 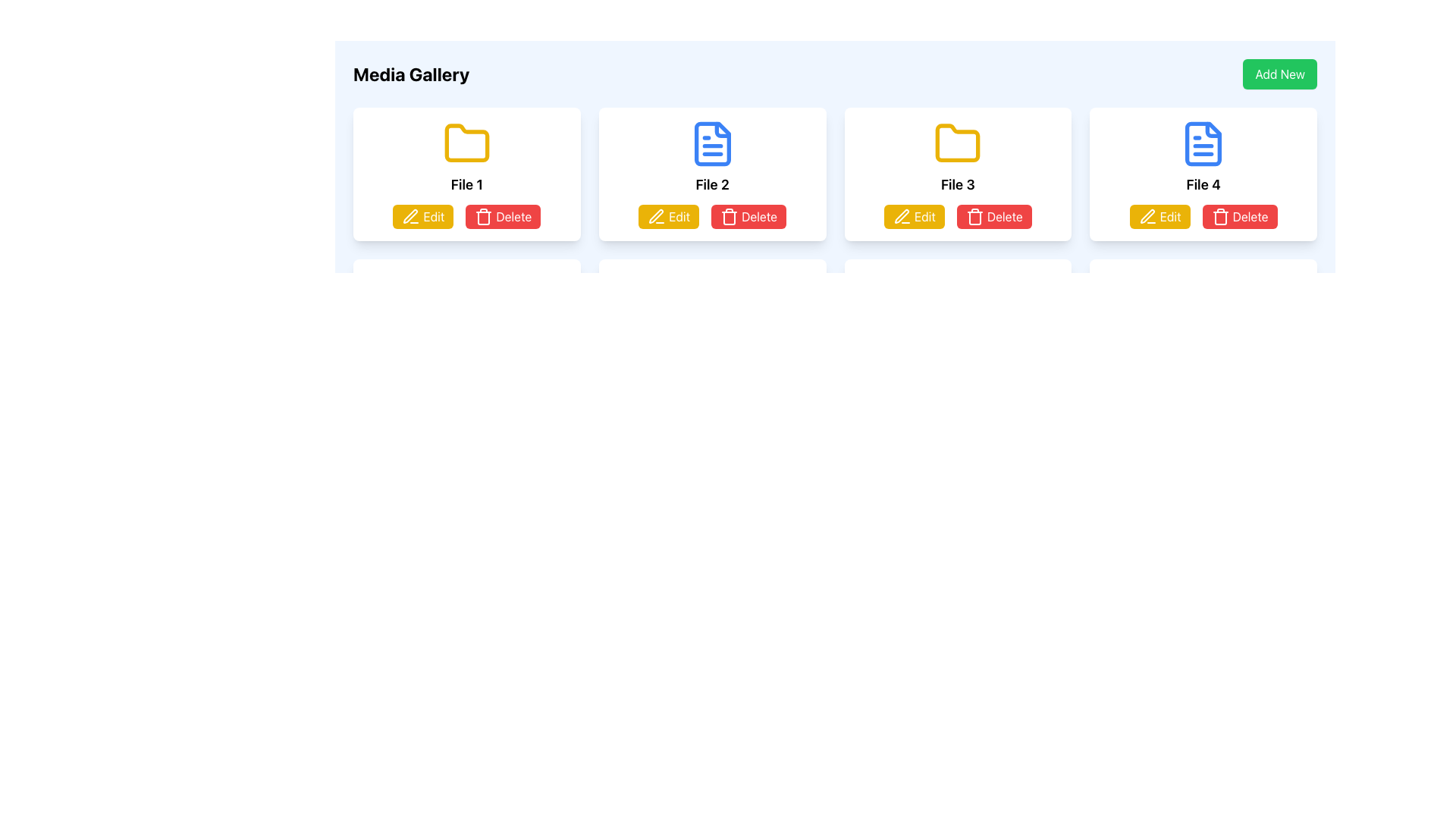 I want to click on the rectangular button with a yellow background and white text saying 'Edit', located in the lower section of the card for 'File 3', so click(x=913, y=216).